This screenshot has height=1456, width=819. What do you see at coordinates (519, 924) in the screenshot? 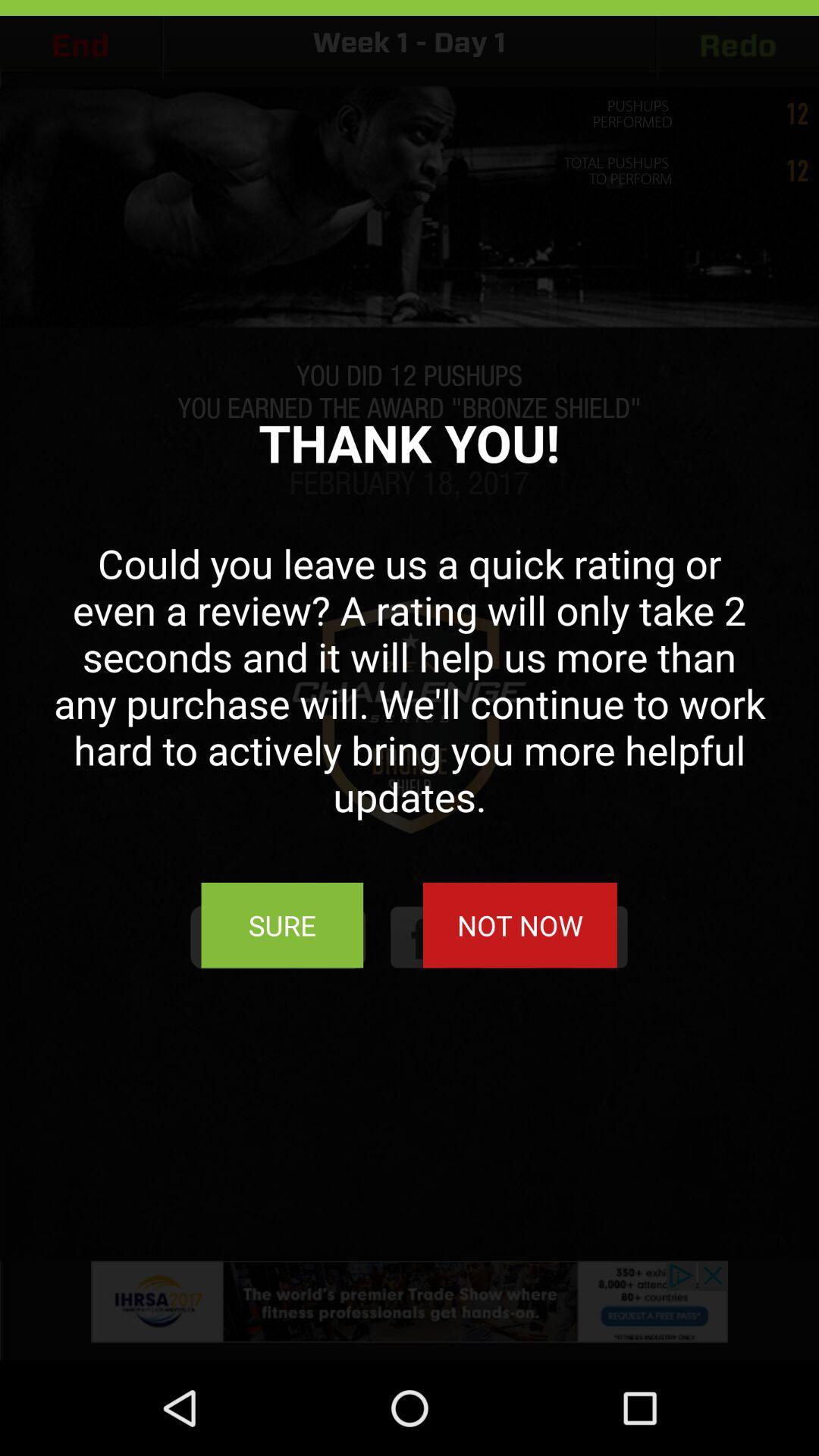
I see `the button next to the sure button` at bounding box center [519, 924].